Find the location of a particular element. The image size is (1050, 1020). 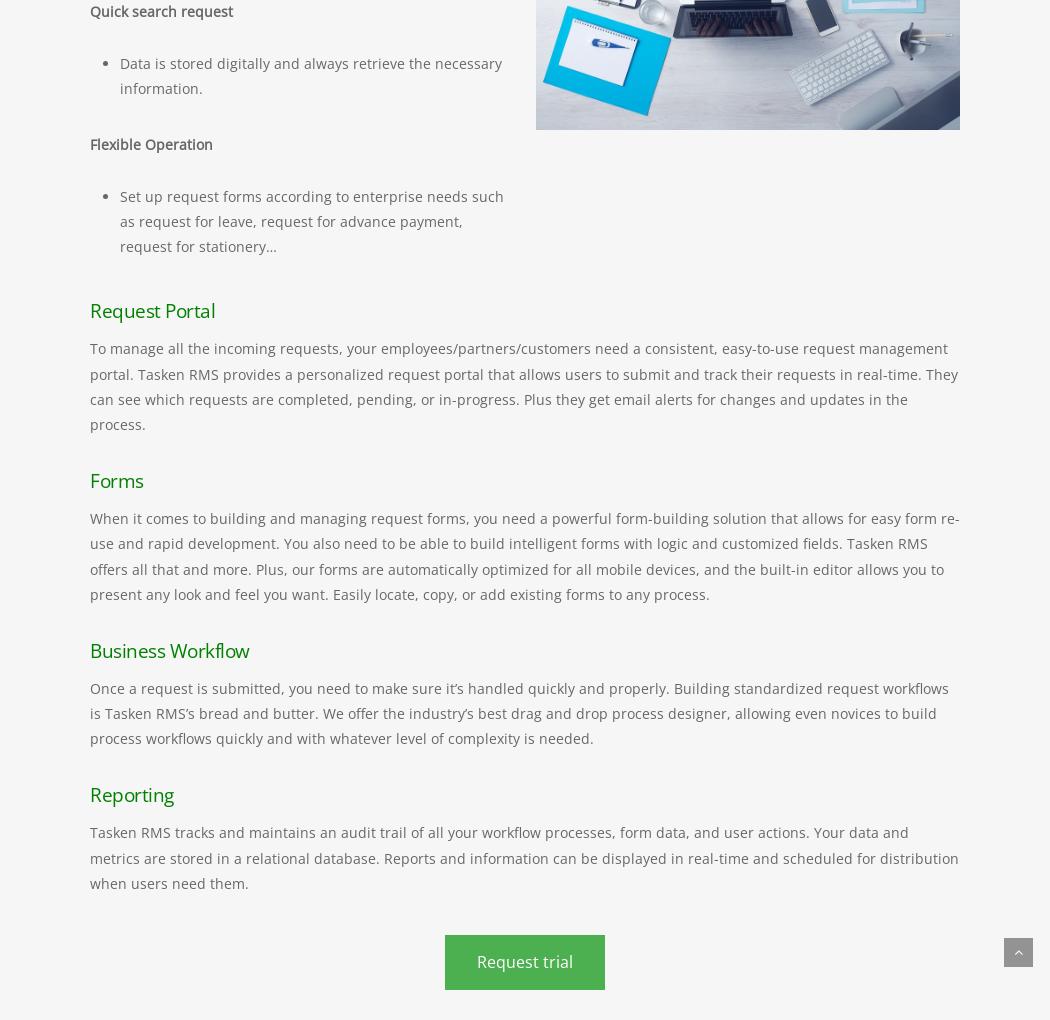

'Once a request is submitted, you need to make sure it’s handled quickly and properly. Building standardized request workflows is Tasken RMS’s bread and butter. We offer the industry’s best drag and drop process designer, allowing even novices to build process workflows quickly and with whatever level of complexity is needed.' is located at coordinates (518, 711).